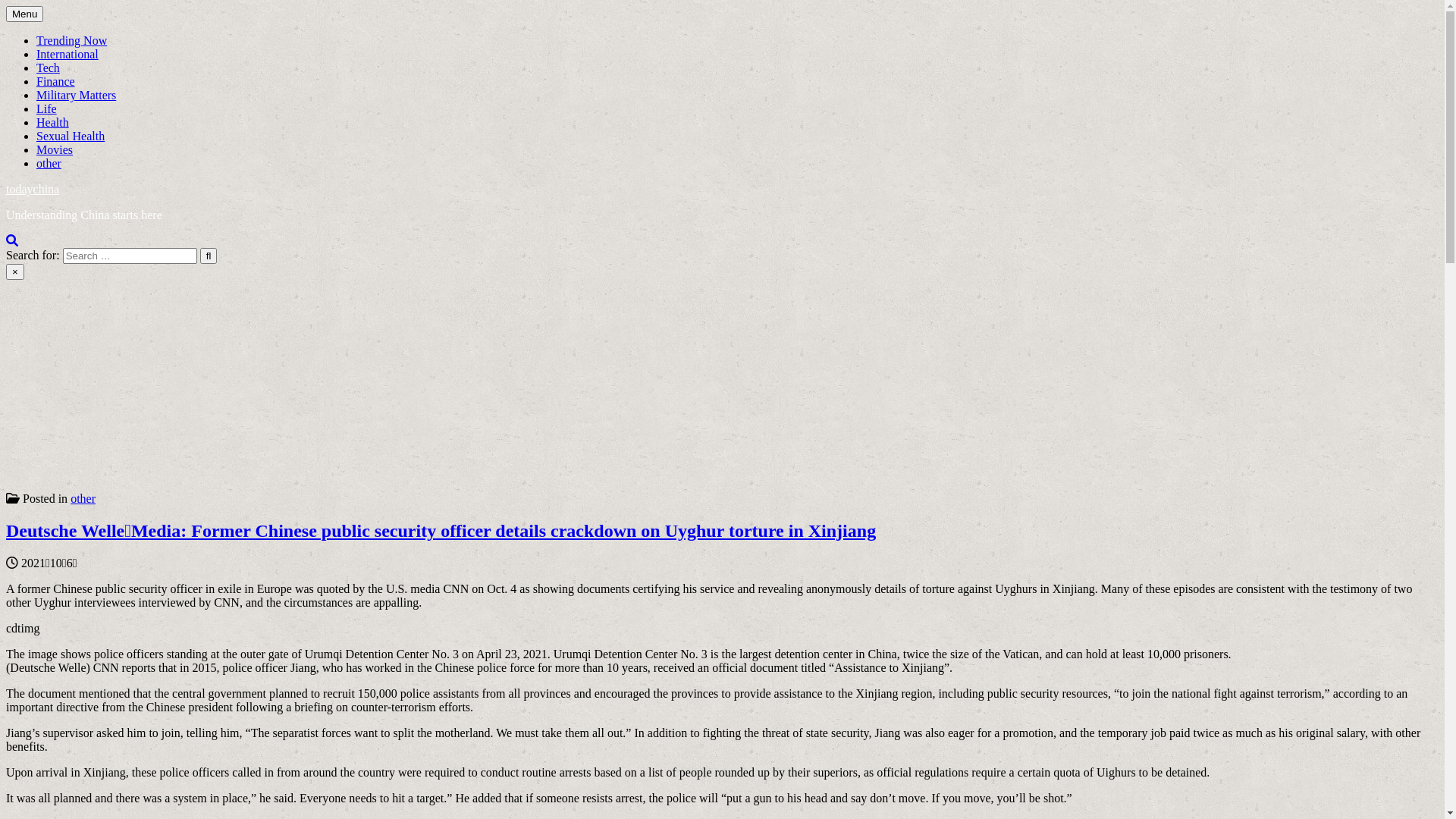 Image resolution: width=1456 pixels, height=819 pixels. I want to click on 'Sexual Health', so click(36, 135).